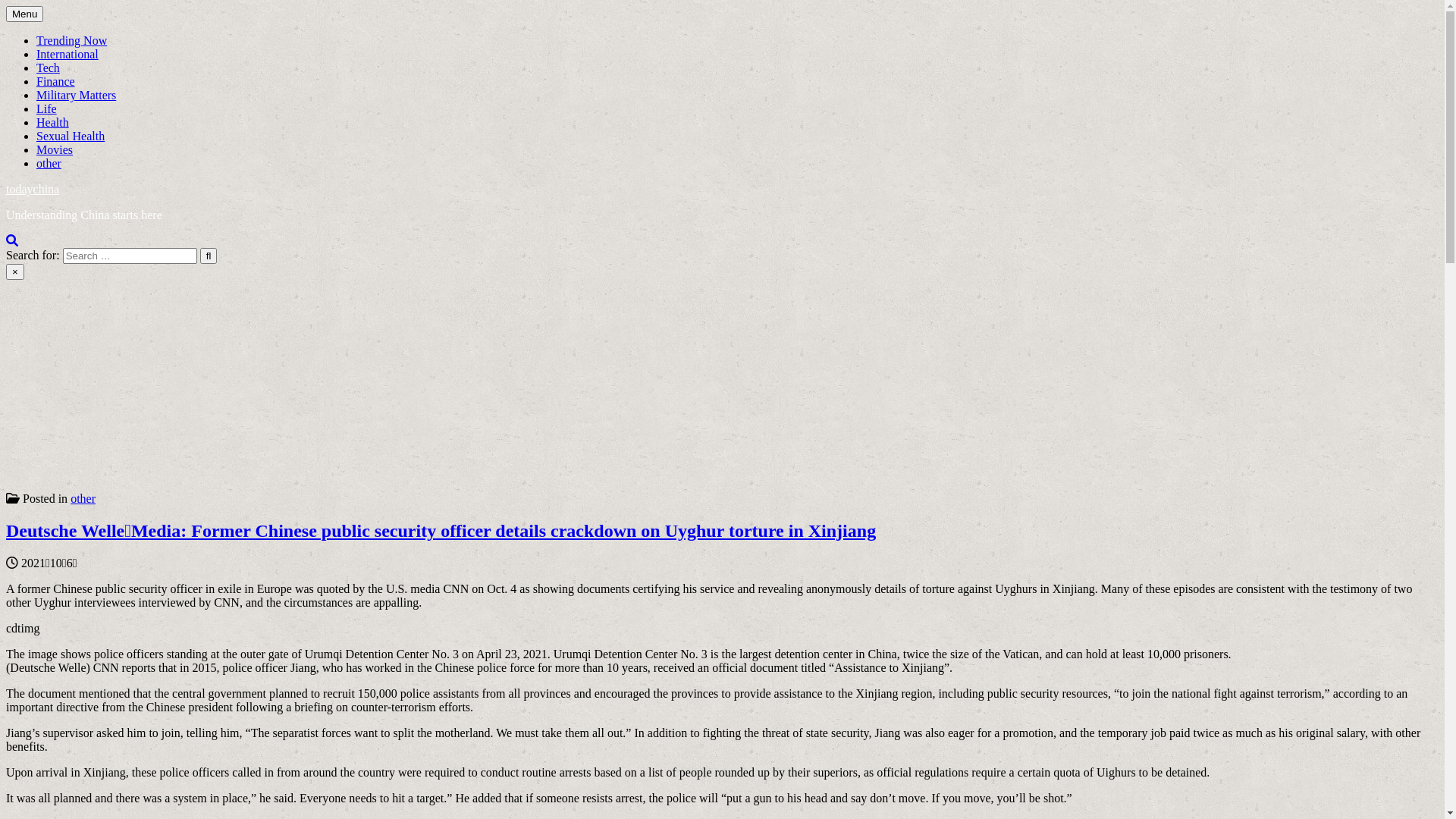 Image resolution: width=1456 pixels, height=819 pixels. I want to click on 'Sexual Health', so click(36, 135).